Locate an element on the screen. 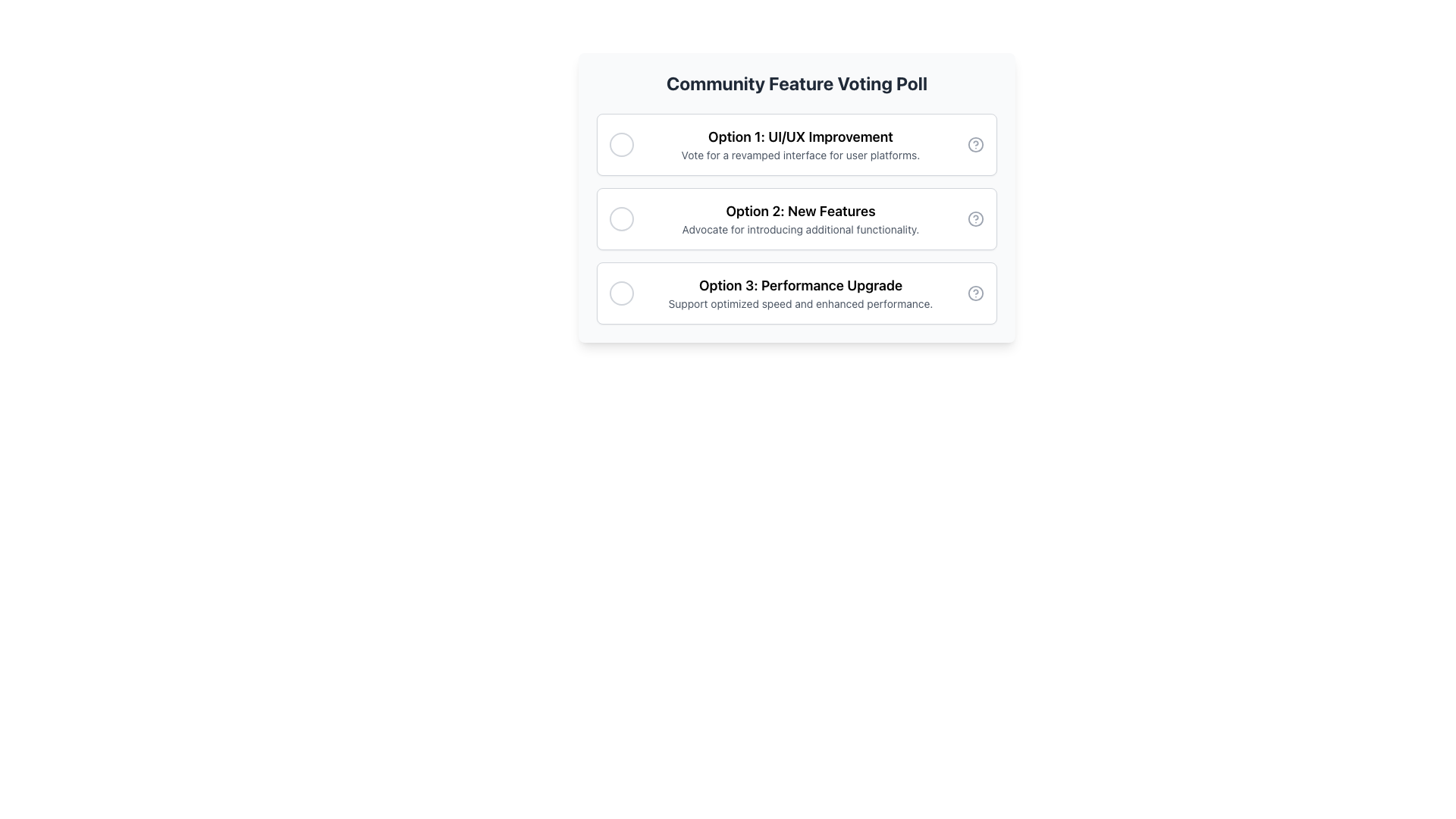 The width and height of the screenshot is (1456, 819). the leftmost radio button of the first option card ('Option 1: UI/UX Improvement') in the voting poll is located at coordinates (622, 145).